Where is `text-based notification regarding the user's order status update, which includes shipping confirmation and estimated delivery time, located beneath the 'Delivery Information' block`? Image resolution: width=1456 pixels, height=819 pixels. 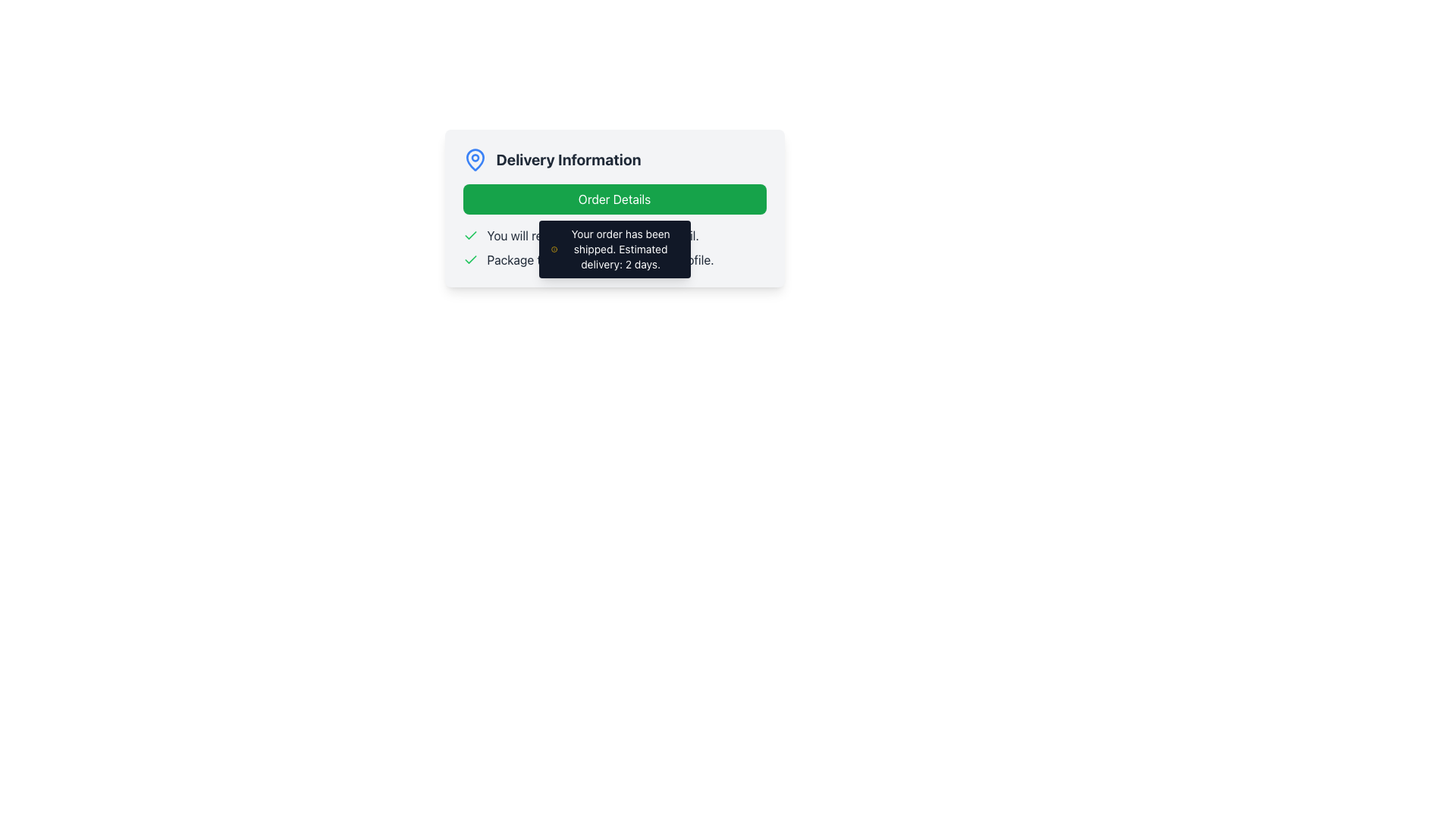
text-based notification regarding the user's order status update, which includes shipping confirmation and estimated delivery time, located beneath the 'Delivery Information' block is located at coordinates (614, 248).